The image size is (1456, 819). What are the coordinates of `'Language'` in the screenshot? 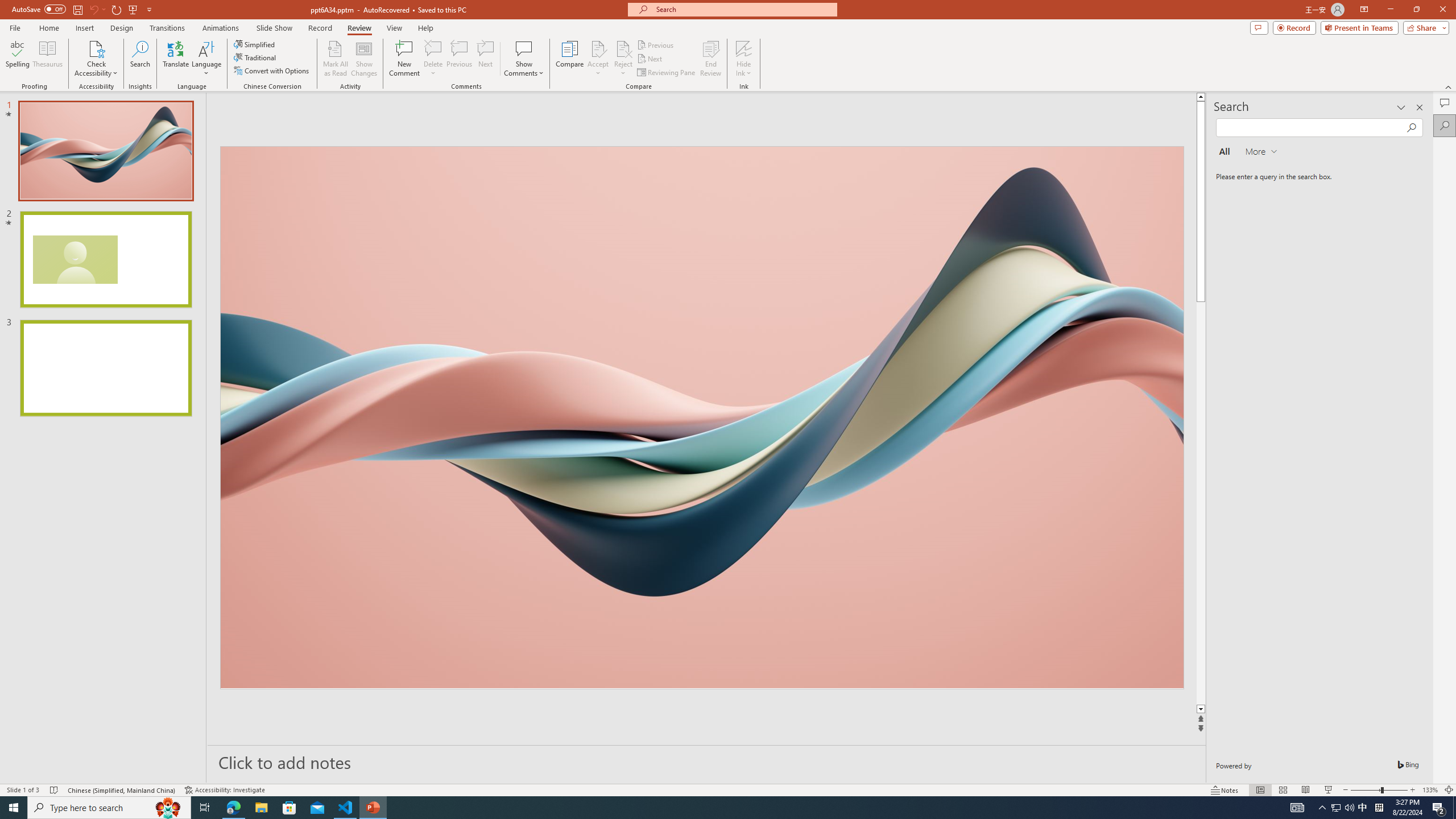 It's located at (206, 59).